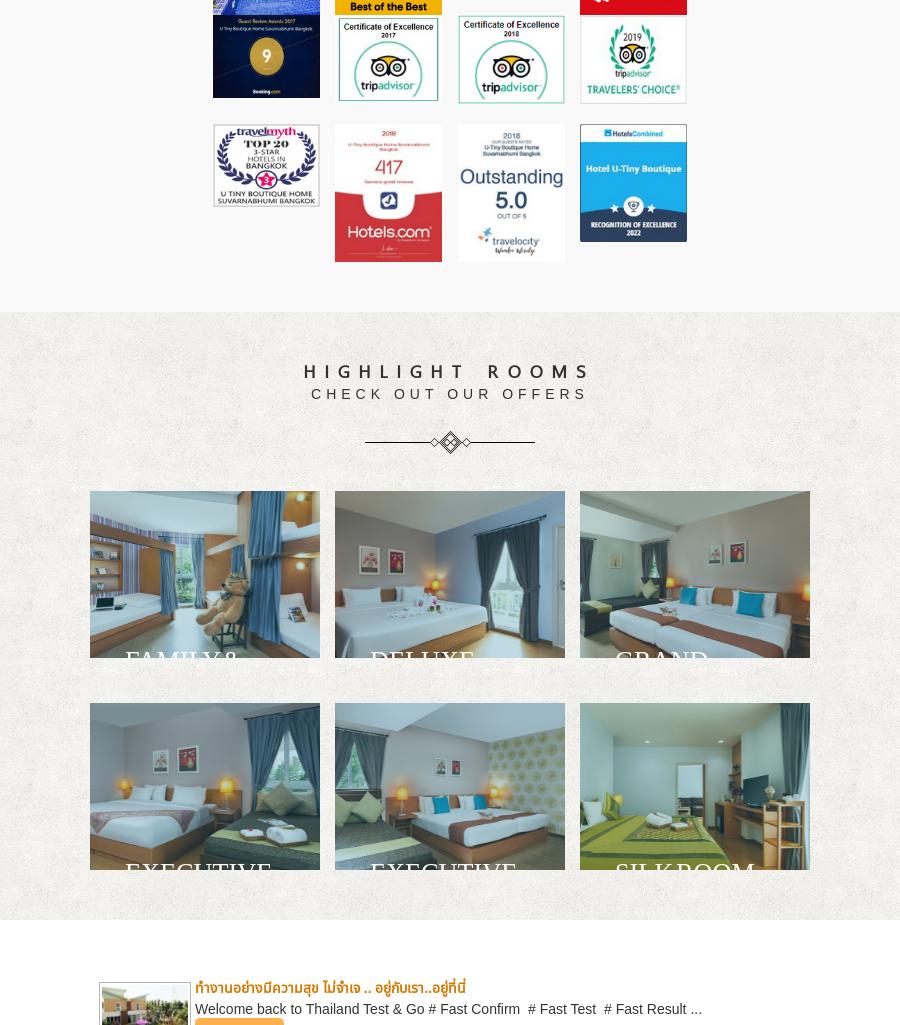  Describe the element at coordinates (198, 763) in the screenshot. I see `'Quad Day Room for relax, refresh, connect and sleep in your own personal space.'` at that location.